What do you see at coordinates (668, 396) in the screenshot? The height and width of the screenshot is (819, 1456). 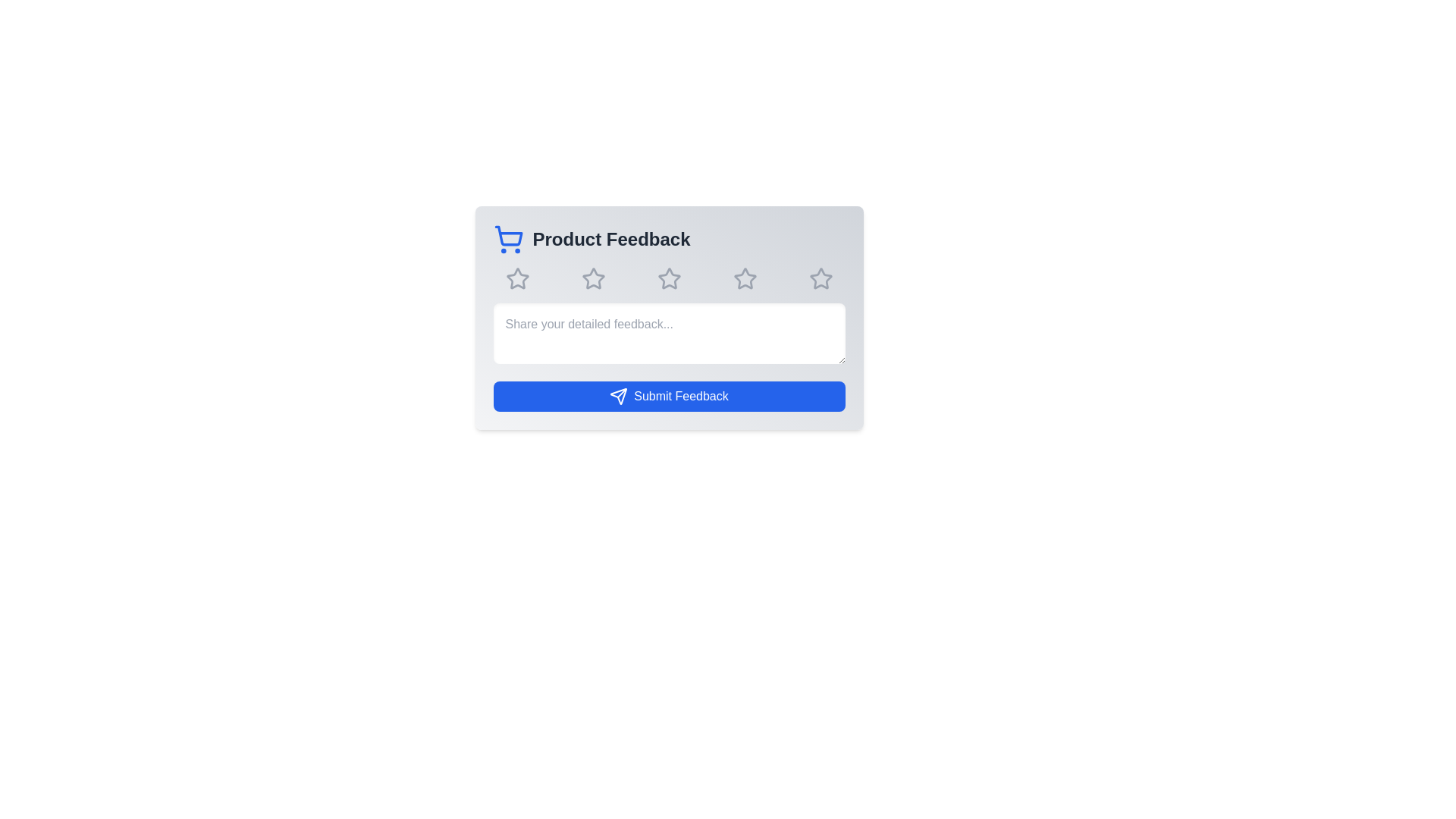 I see `the feedback submission button located at the bottom center of the interface, directly below the 'Share your detailed feedback...' text input box` at bounding box center [668, 396].